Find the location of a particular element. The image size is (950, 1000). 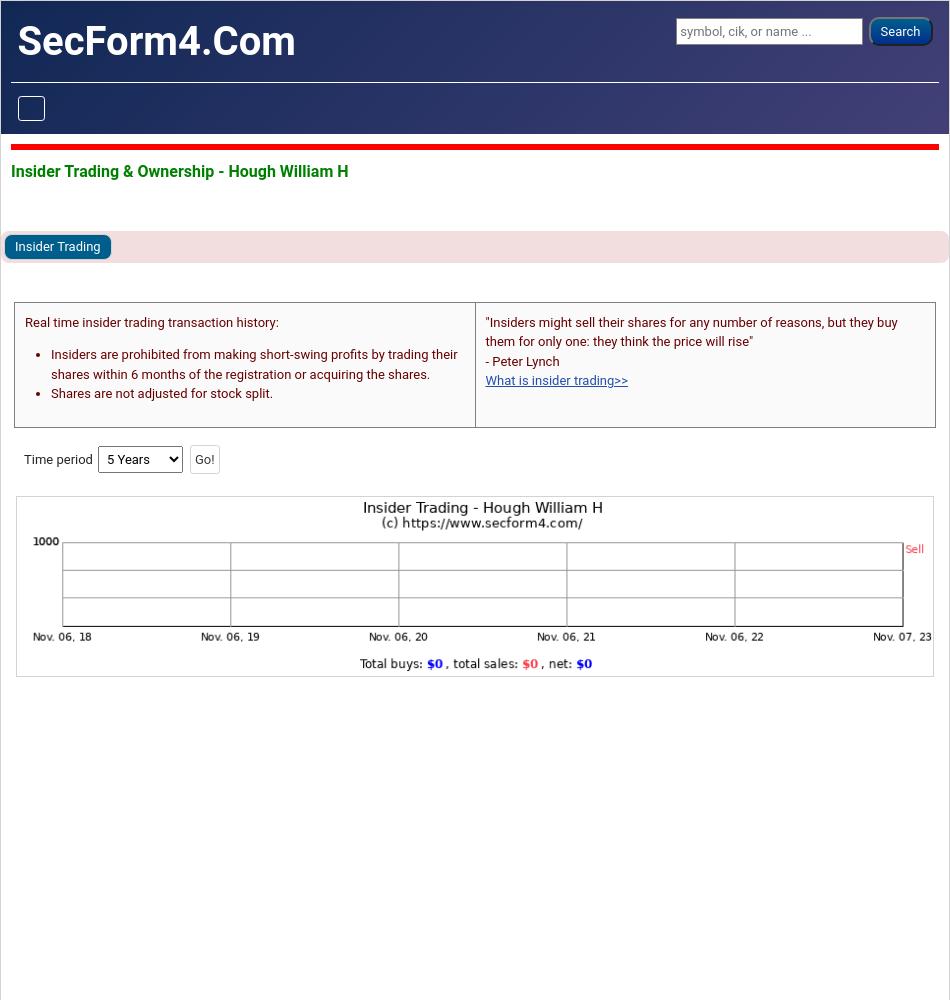

'"Insiders might sell their shares for any number of reasons, but they buy them for only one: they think the price will rise"' is located at coordinates (691, 330).